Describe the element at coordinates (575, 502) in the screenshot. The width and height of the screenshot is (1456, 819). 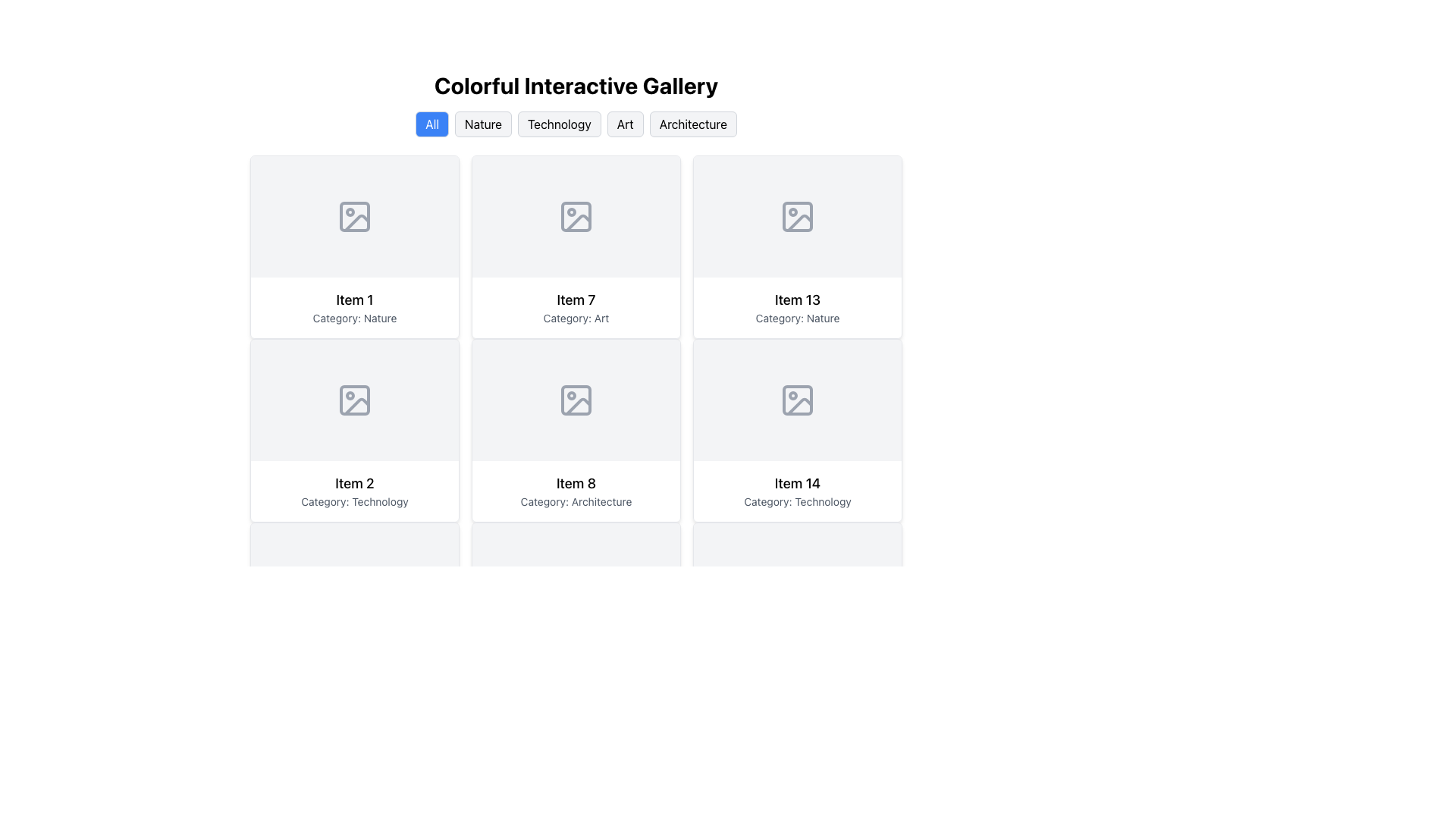
I see `the non-interactive text label indicating the category of the item presented within the card, located below 'Item 8' in the third card of the second row in the grid-style gallery interface` at that location.